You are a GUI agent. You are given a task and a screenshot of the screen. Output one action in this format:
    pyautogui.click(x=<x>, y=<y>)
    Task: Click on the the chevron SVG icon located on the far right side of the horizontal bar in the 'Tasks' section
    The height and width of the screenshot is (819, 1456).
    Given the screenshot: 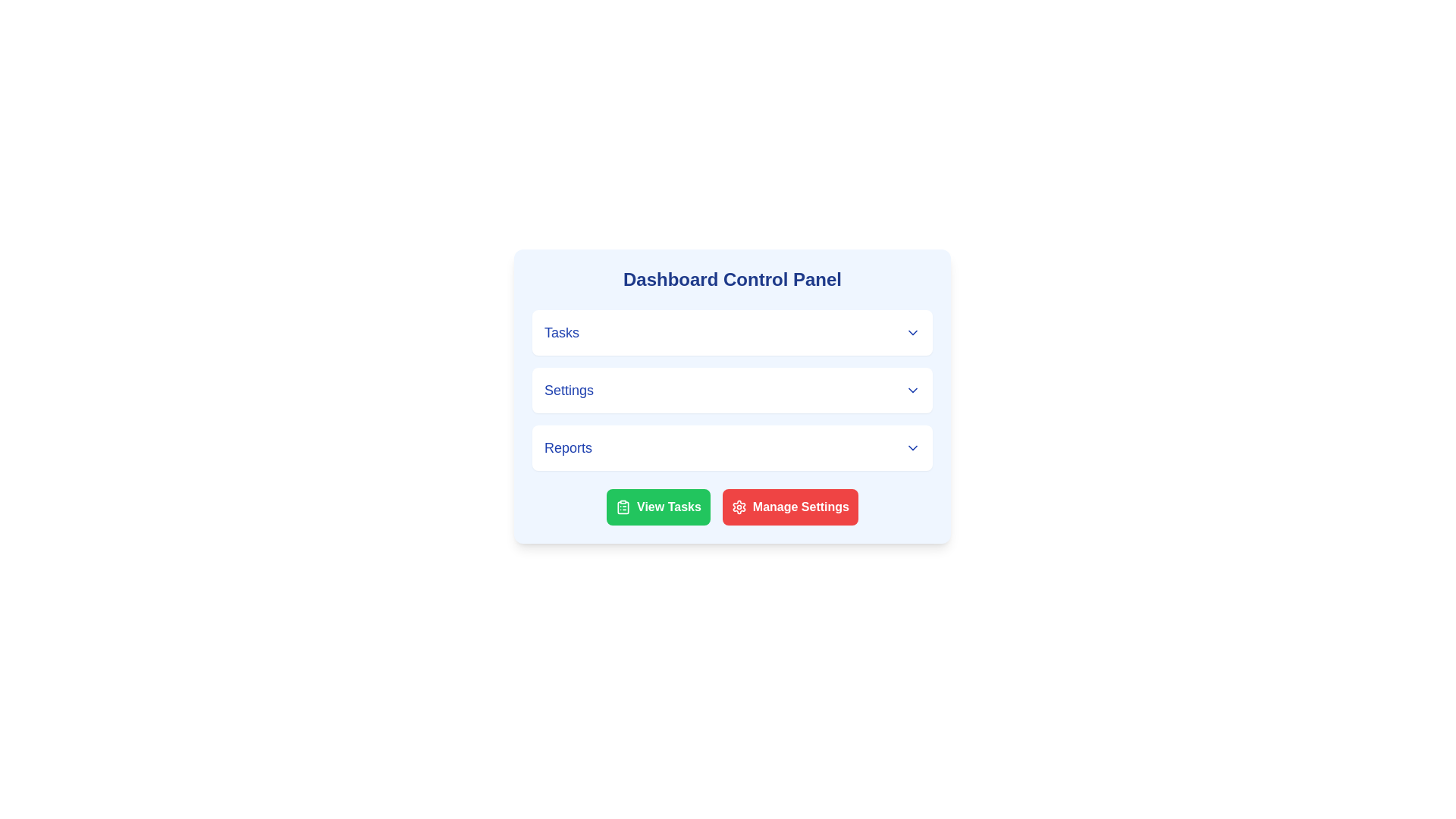 What is the action you would take?
    pyautogui.click(x=912, y=332)
    